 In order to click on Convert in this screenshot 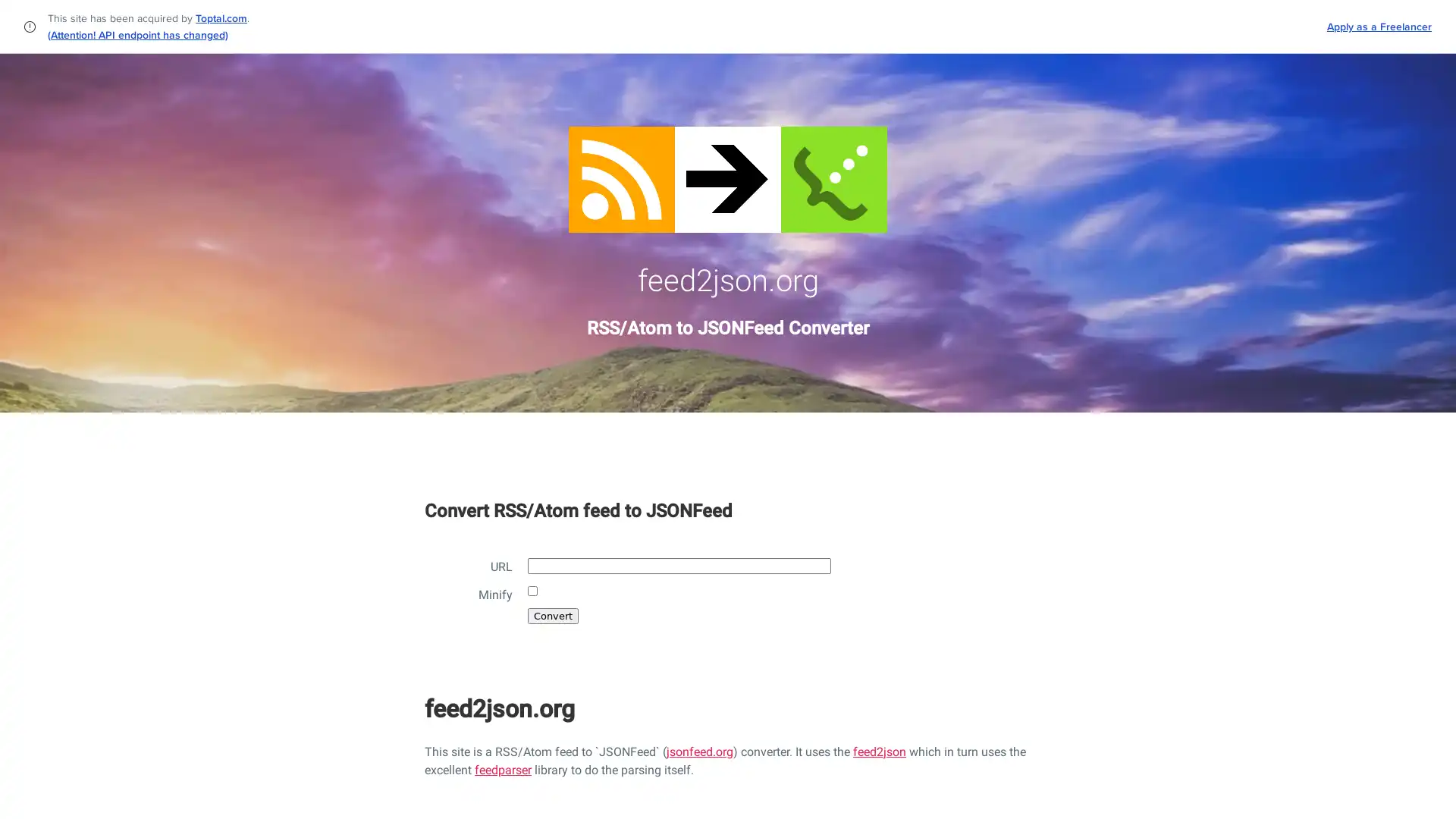, I will do `click(552, 615)`.